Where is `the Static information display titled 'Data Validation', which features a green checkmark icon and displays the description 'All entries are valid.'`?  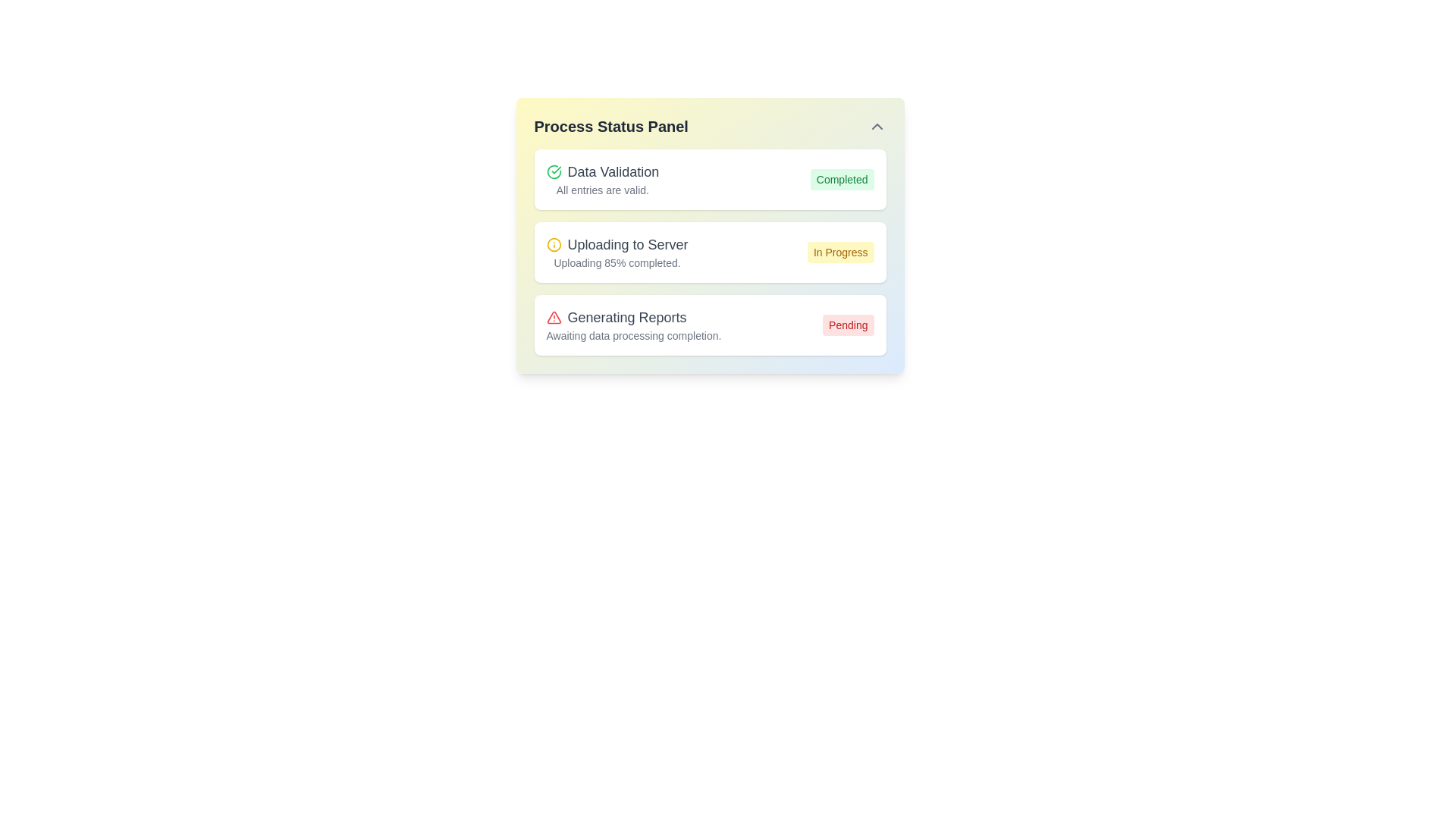 the Static information display titled 'Data Validation', which features a green checkmark icon and displays the description 'All entries are valid.' is located at coordinates (601, 178).